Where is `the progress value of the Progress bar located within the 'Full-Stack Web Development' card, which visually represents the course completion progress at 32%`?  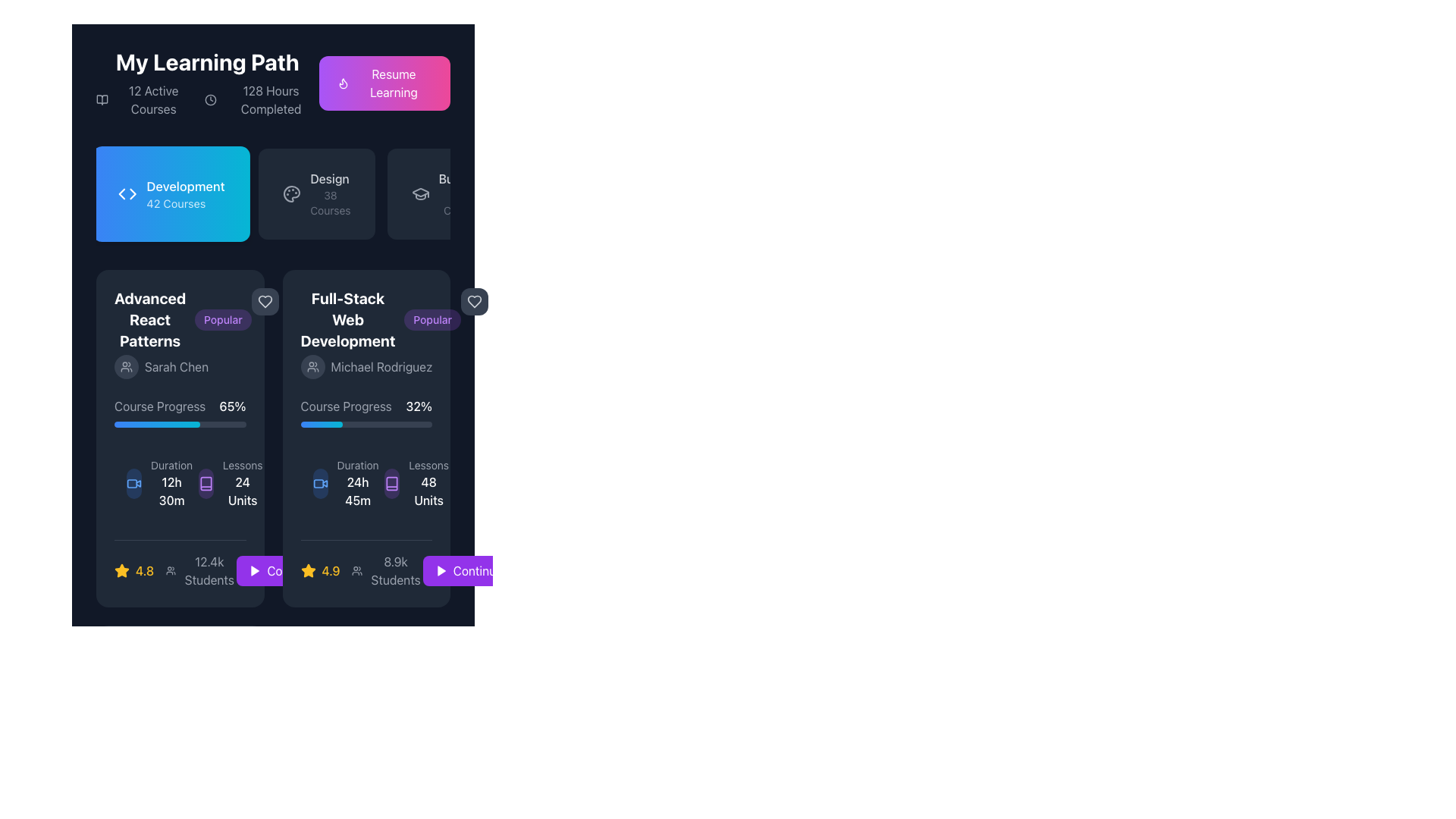
the progress value of the Progress bar located within the 'Full-Stack Web Development' card, which visually represents the course completion progress at 32% is located at coordinates (366, 424).